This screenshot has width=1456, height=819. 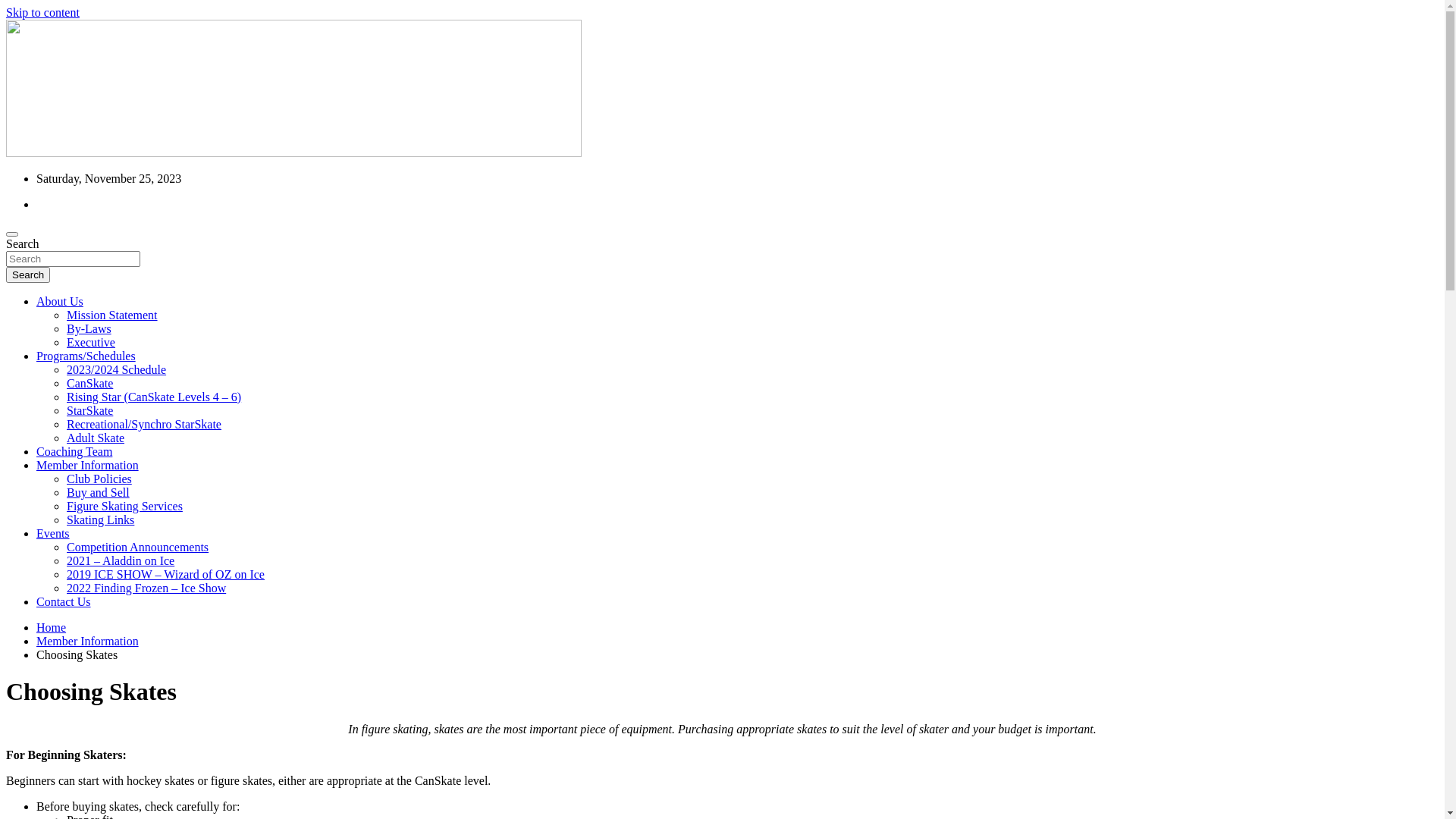 I want to click on 'By-Laws', so click(x=88, y=328).